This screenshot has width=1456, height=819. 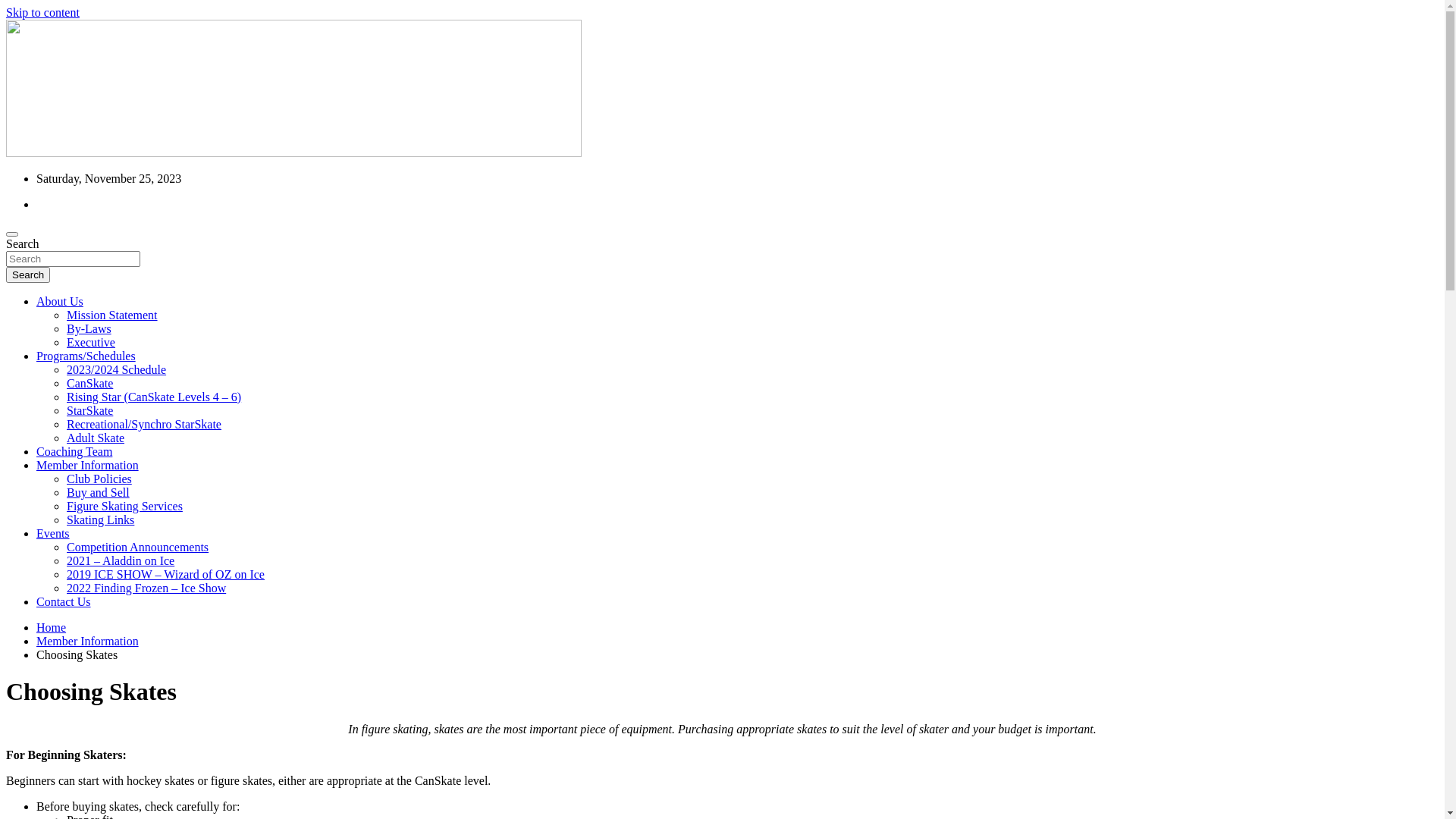 I want to click on 'By-Laws', so click(x=88, y=328).